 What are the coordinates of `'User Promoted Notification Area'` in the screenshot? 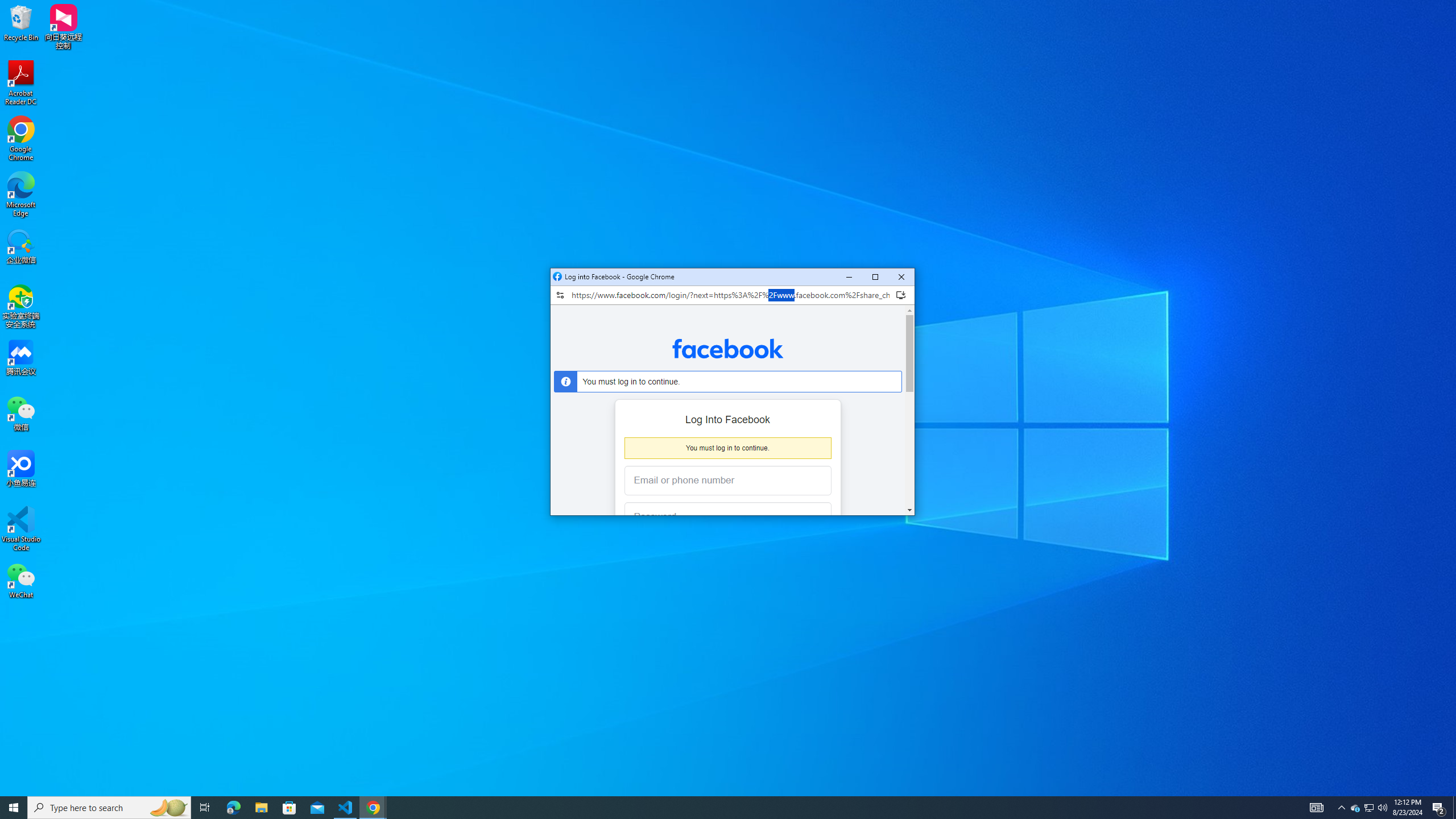 It's located at (1368, 806).